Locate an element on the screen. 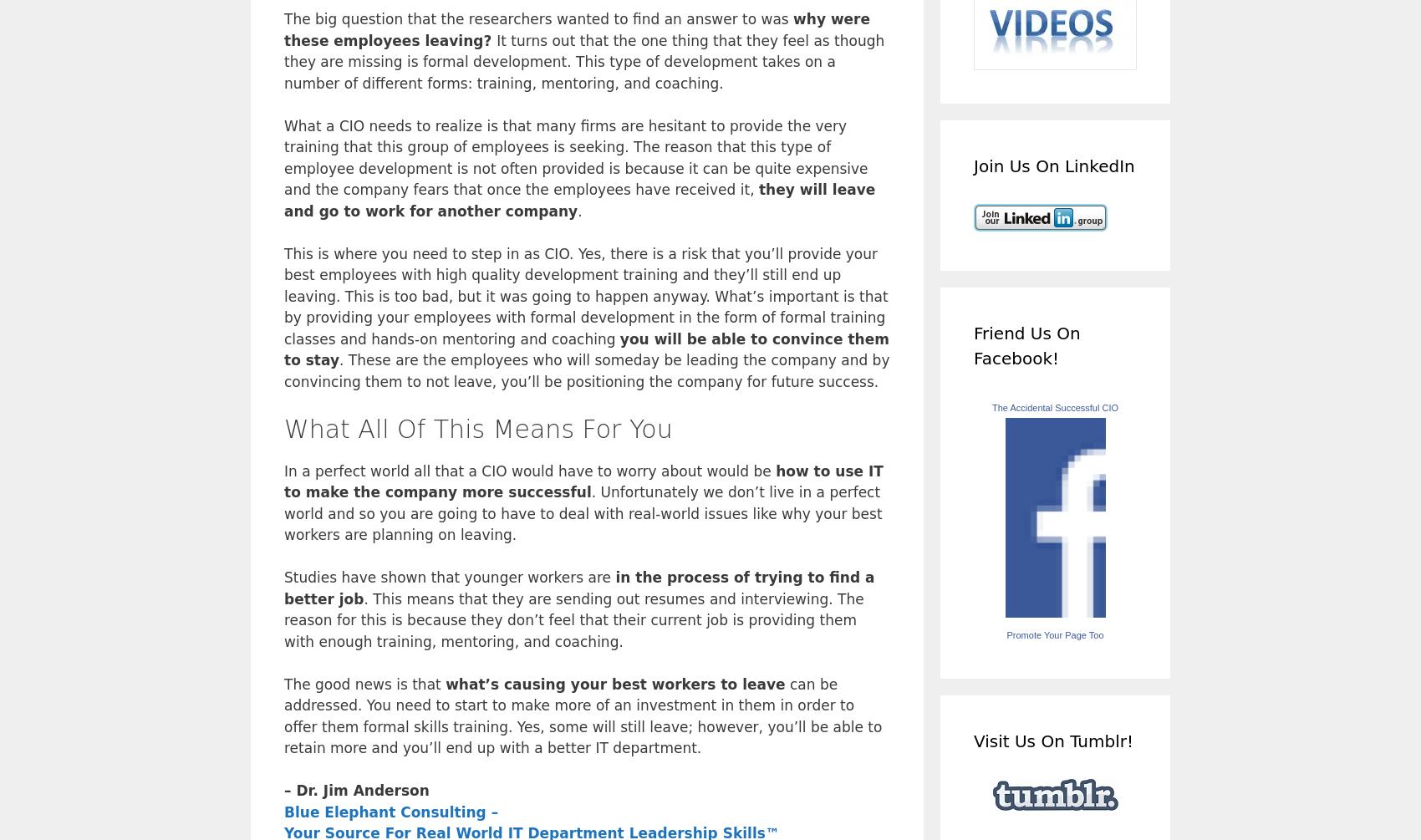 The width and height of the screenshot is (1421, 840). 'Join Us On LinkedIn' is located at coordinates (1053, 164).